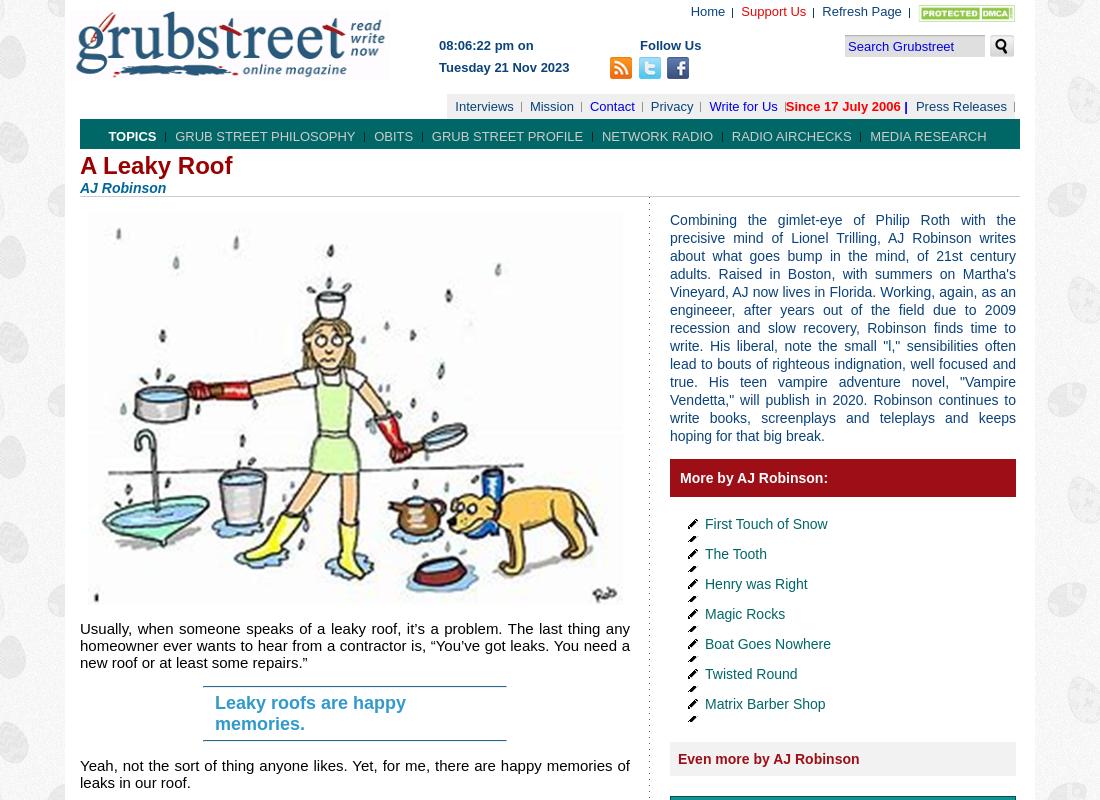  I want to click on 'Twisted Round', so click(703, 674).